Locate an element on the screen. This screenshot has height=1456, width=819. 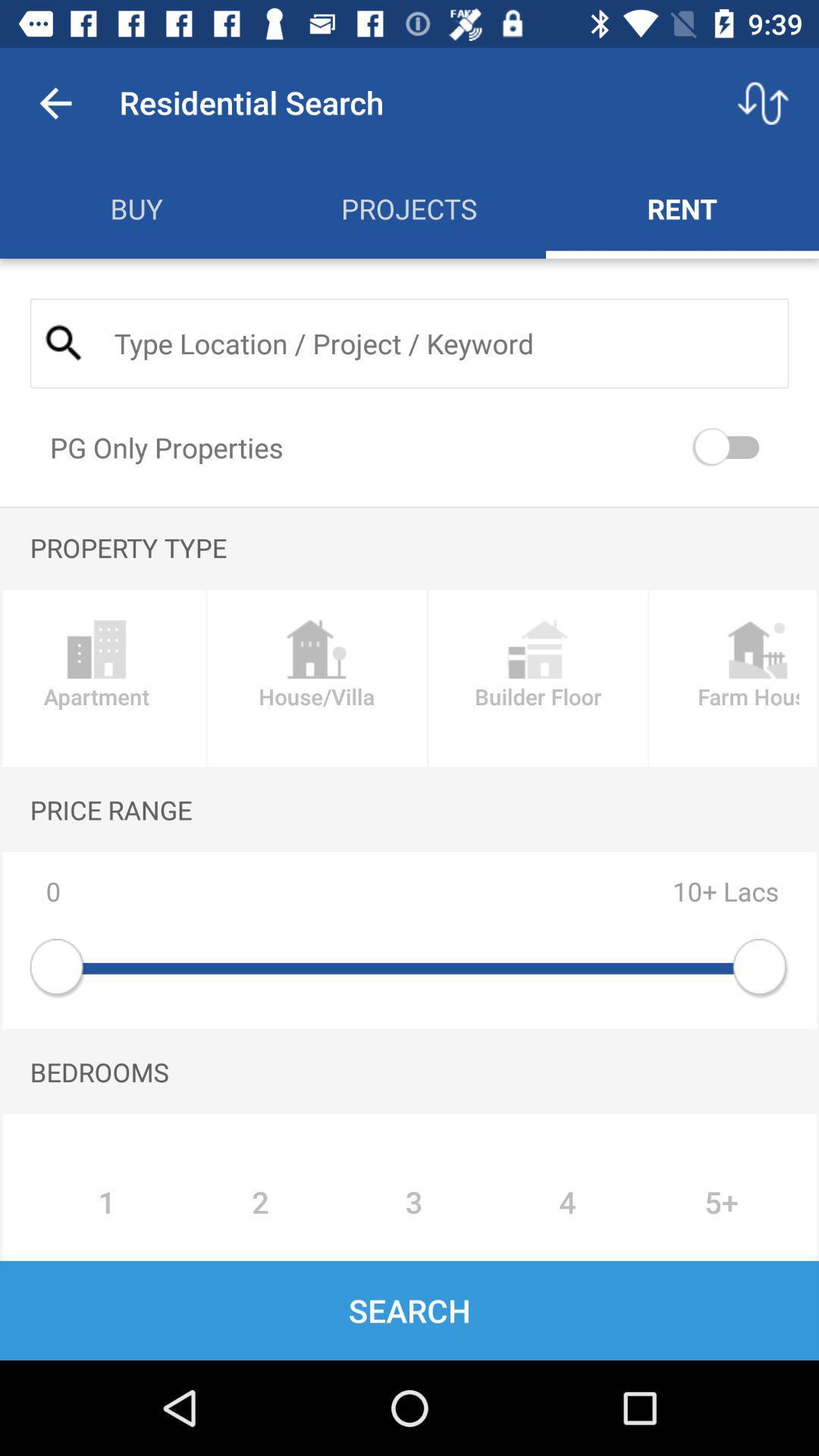
turn on is located at coordinates (730, 447).